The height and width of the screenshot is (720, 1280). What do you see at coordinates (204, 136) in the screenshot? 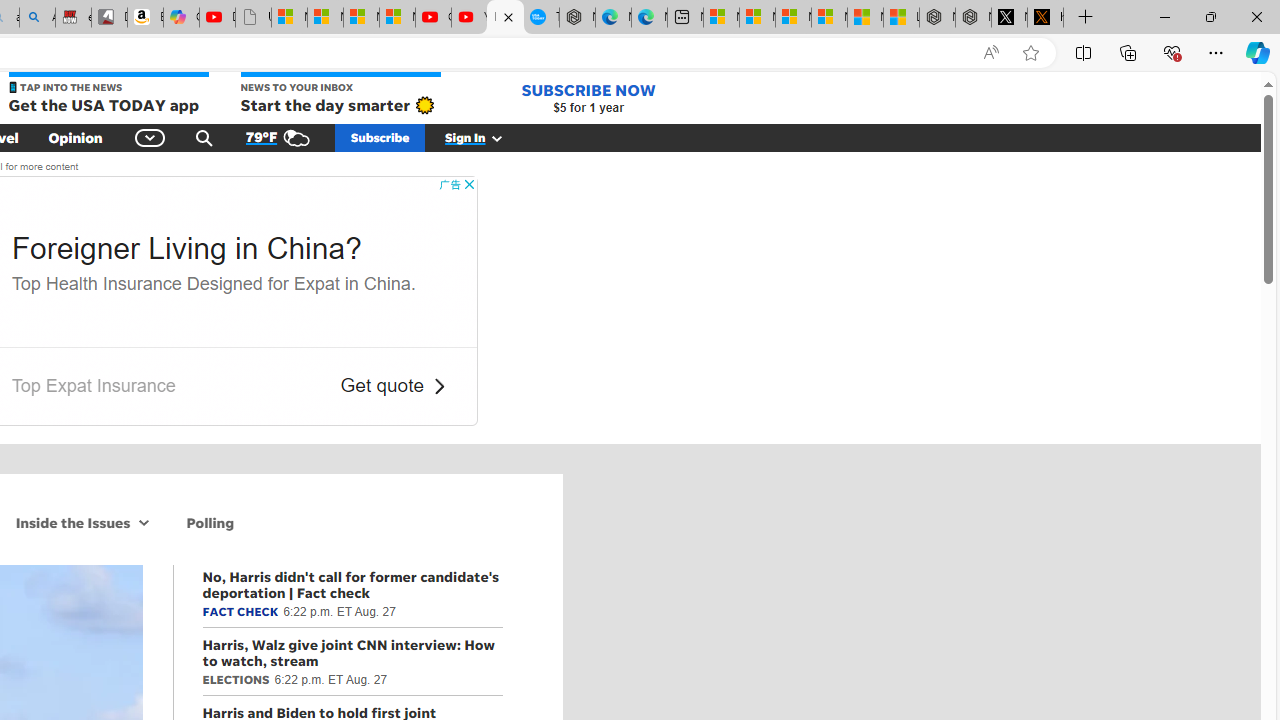
I see `'Class: gnt_n_se_a_svg'` at bounding box center [204, 136].